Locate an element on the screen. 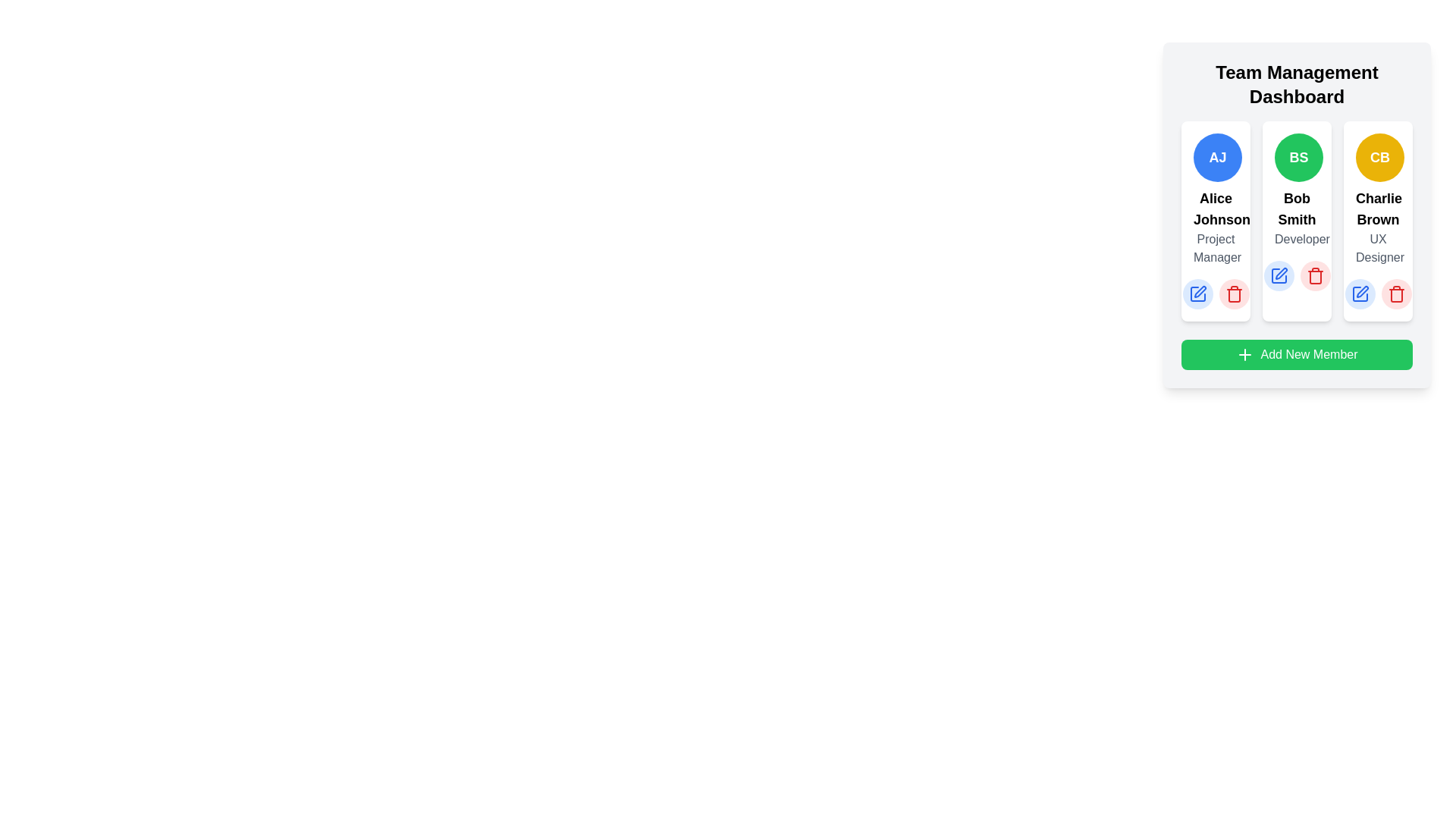 This screenshot has width=1456, height=819. the static text label displaying 'UX Designer', which is styled with gray font color and centered alignment, located below 'Charlie Brown' in the user profile card is located at coordinates (1378, 247).